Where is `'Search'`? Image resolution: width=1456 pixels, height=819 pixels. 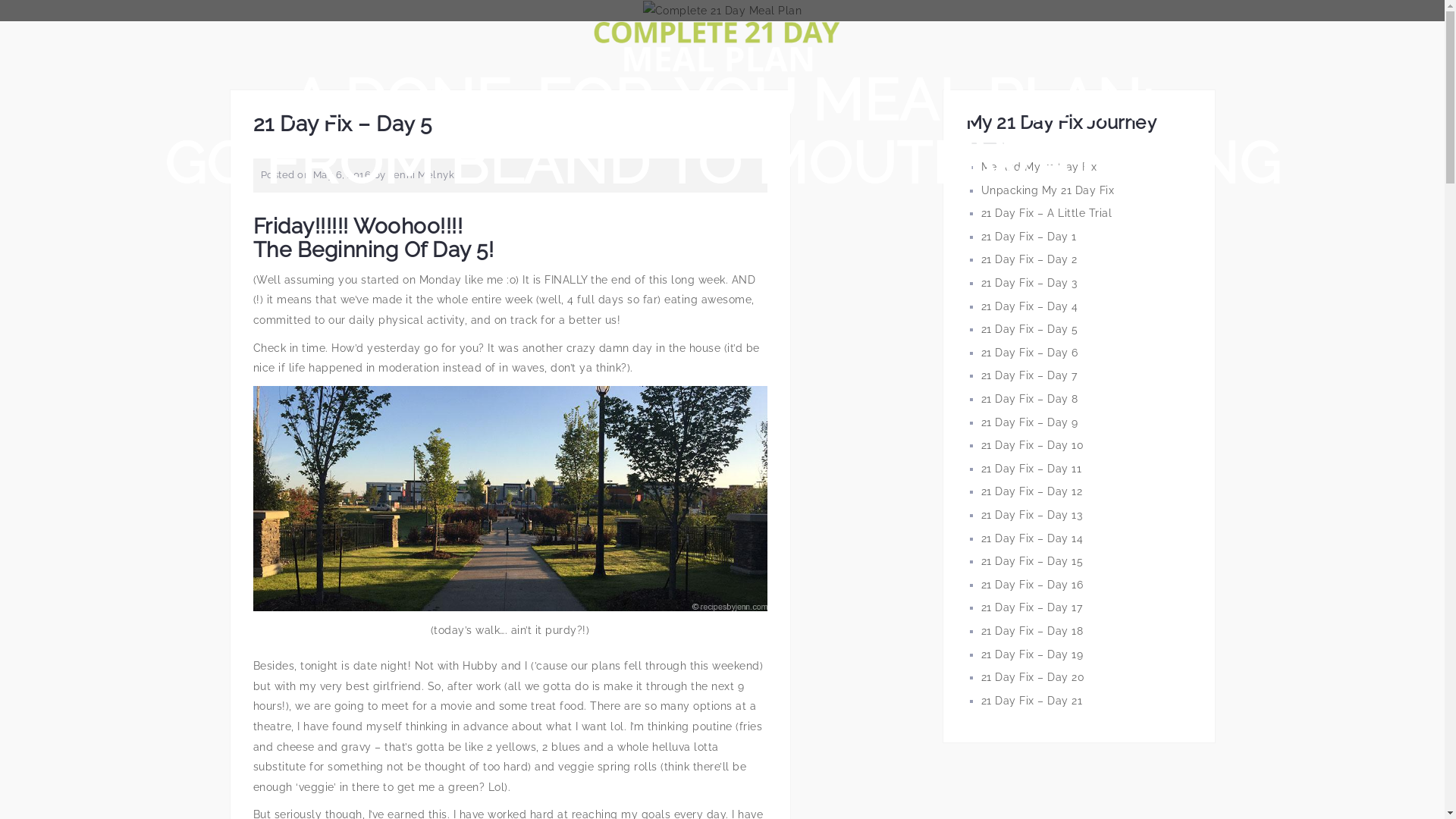 'Search' is located at coordinates (42, 20).